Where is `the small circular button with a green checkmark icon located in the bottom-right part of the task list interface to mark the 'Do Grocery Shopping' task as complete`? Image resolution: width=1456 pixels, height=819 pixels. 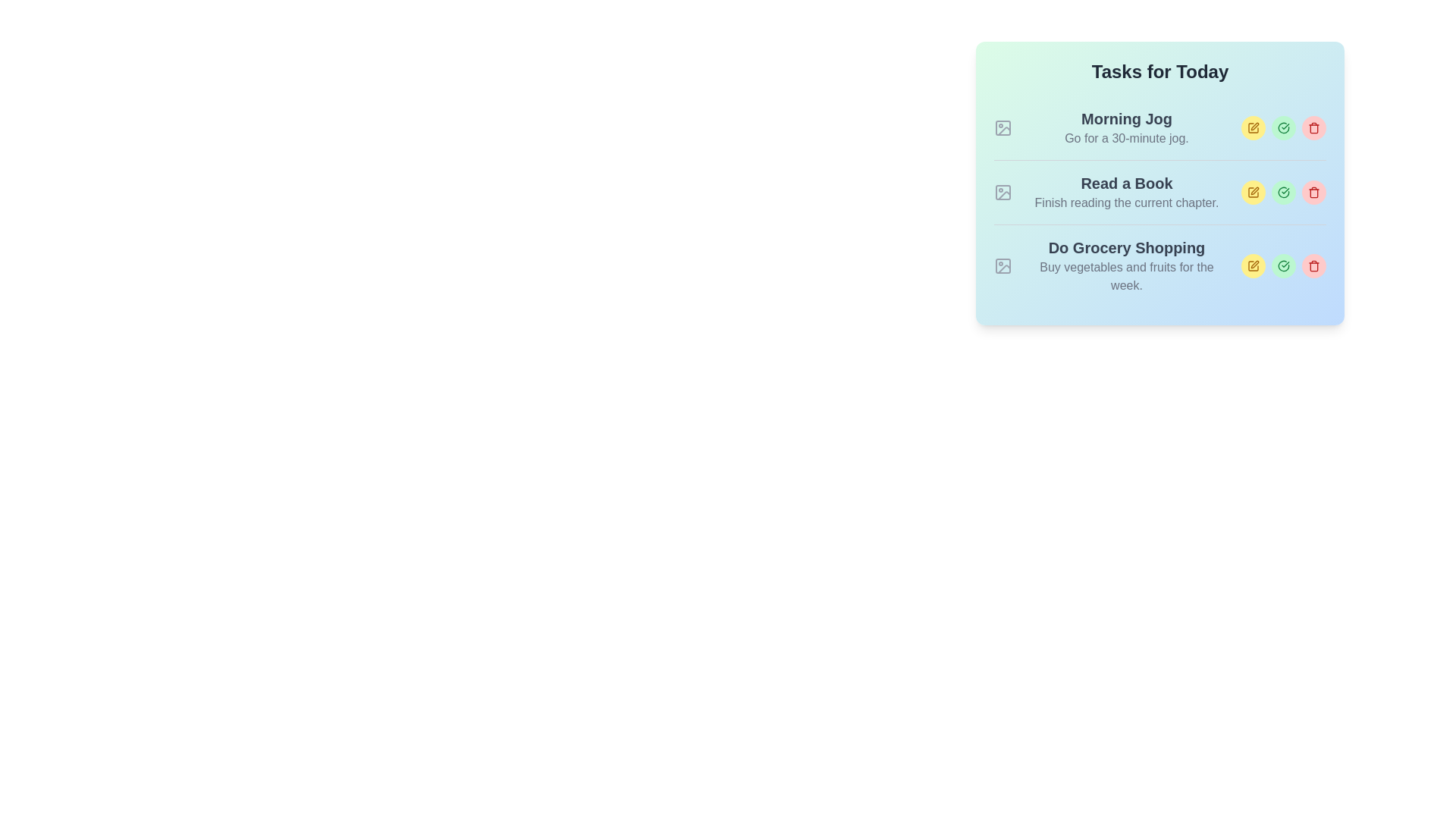
the small circular button with a green checkmark icon located in the bottom-right part of the task list interface to mark the 'Do Grocery Shopping' task as complete is located at coordinates (1283, 265).